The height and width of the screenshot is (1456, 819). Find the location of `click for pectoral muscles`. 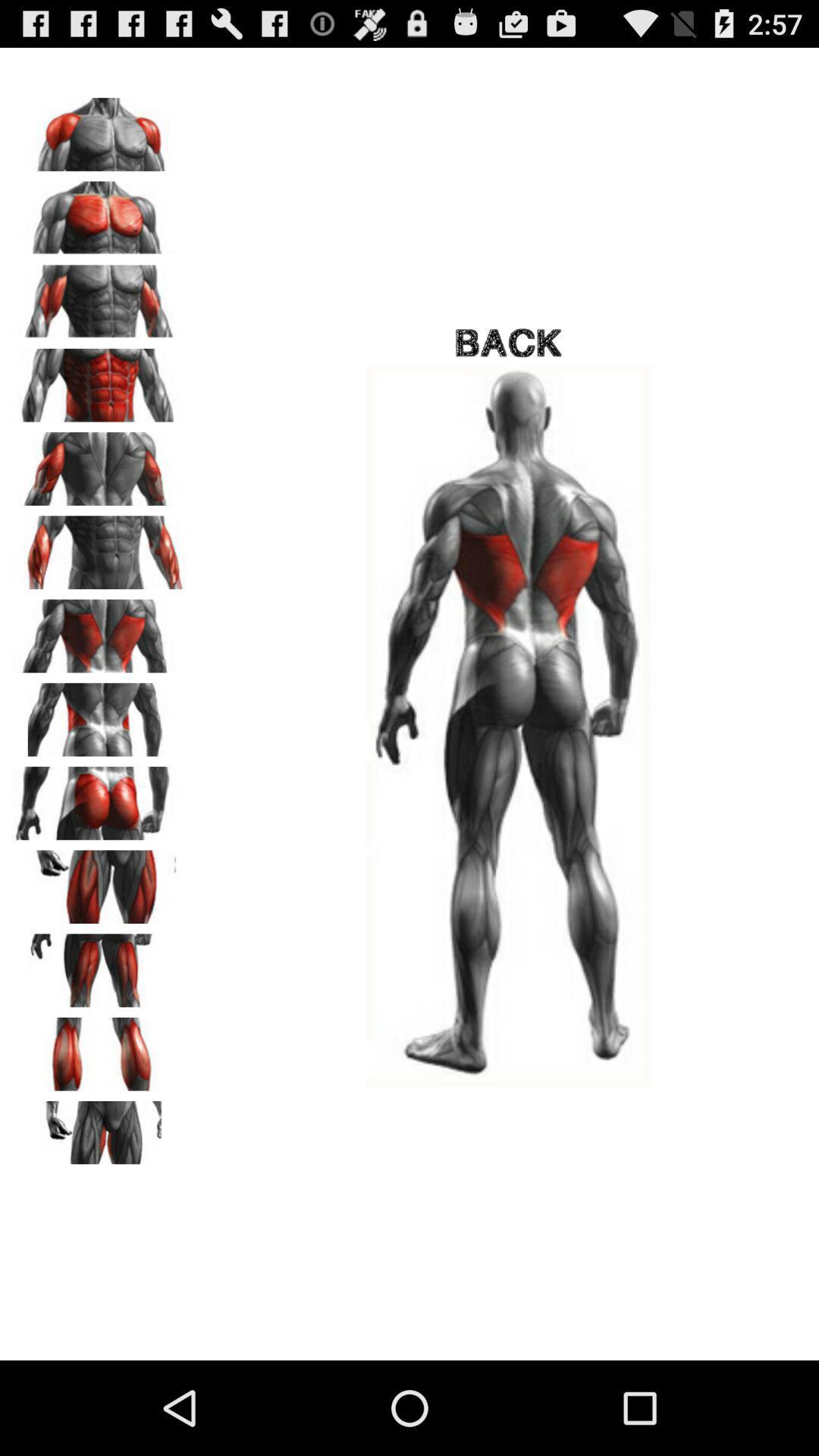

click for pectoral muscles is located at coordinates (99, 212).